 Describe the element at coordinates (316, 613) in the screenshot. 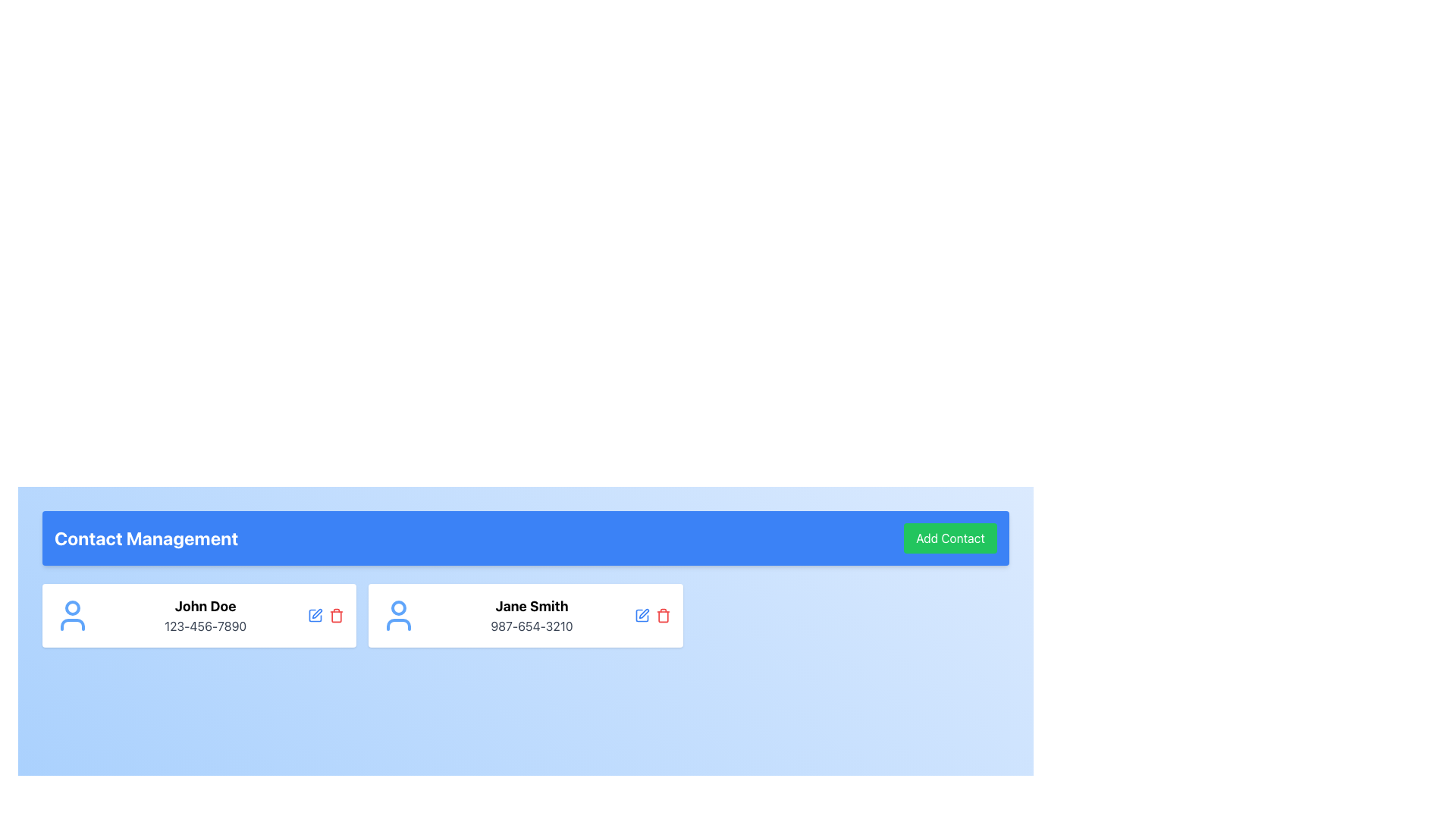

I see `the pen icon button located in the top-right corner of the first contact card for 'John Doe' to initiate editing of the contact details` at that location.